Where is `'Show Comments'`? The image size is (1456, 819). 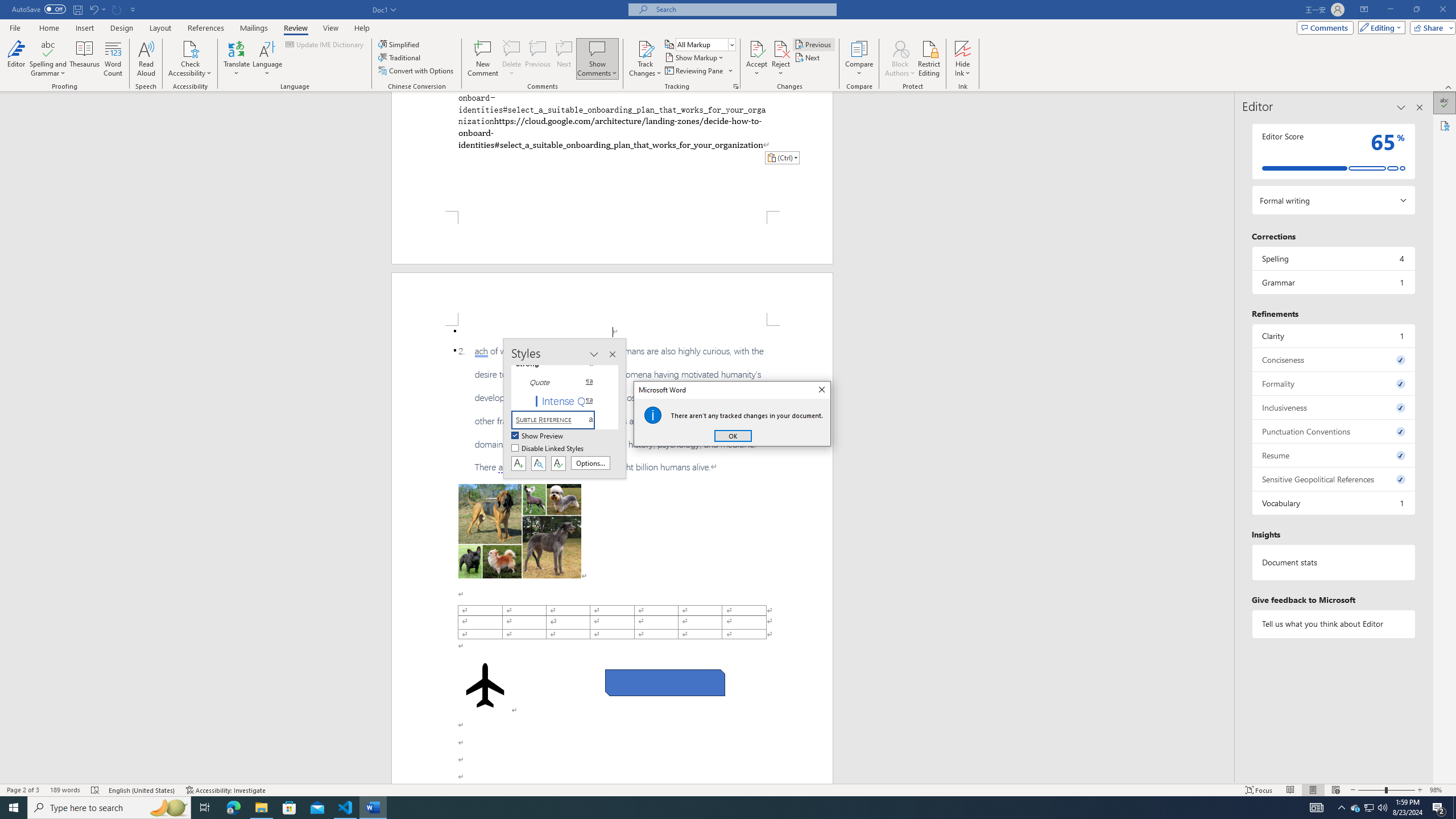 'Show Comments' is located at coordinates (597, 59).